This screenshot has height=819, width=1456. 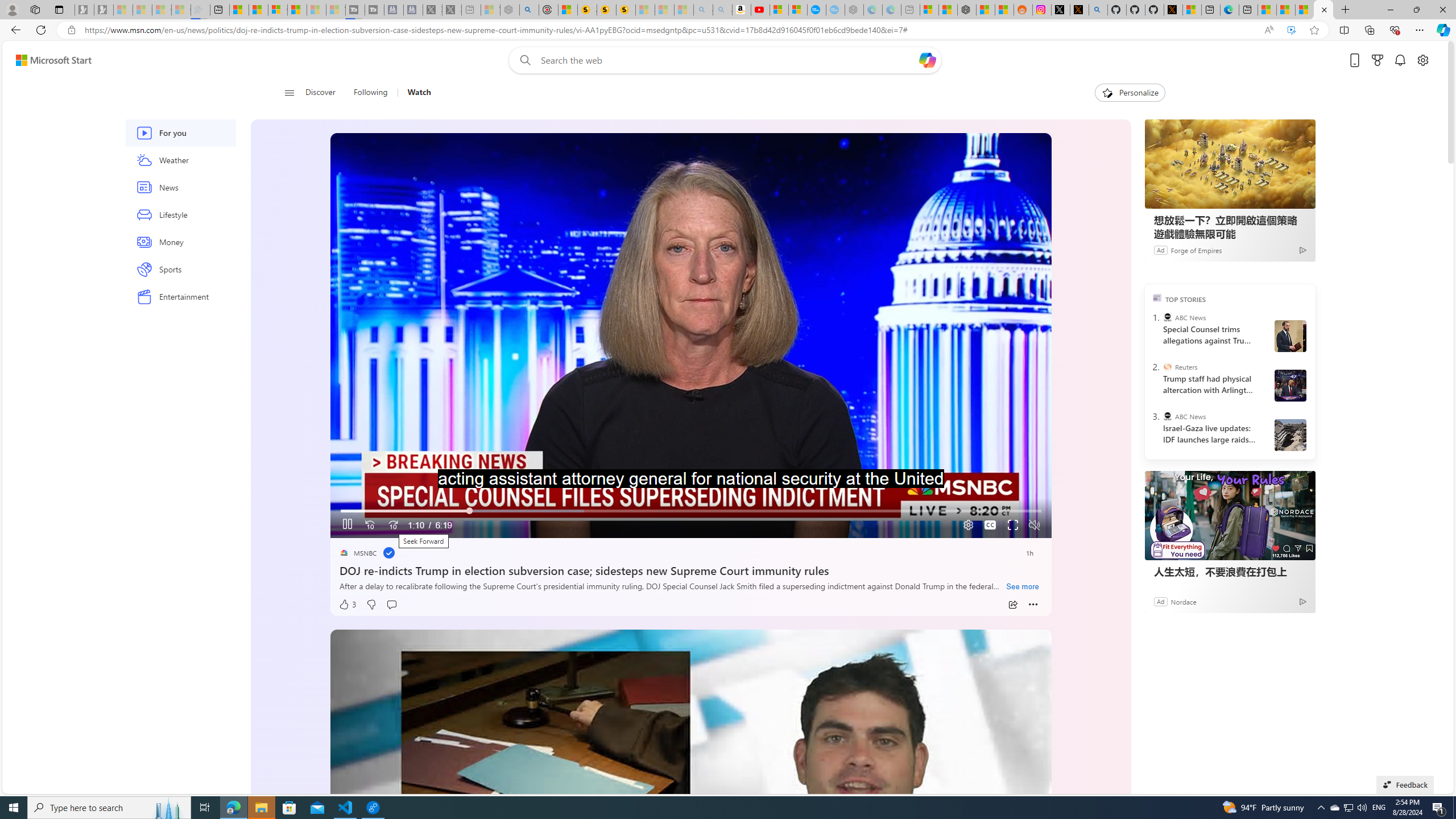 What do you see at coordinates (1033, 604) in the screenshot?
I see `'More'` at bounding box center [1033, 604].